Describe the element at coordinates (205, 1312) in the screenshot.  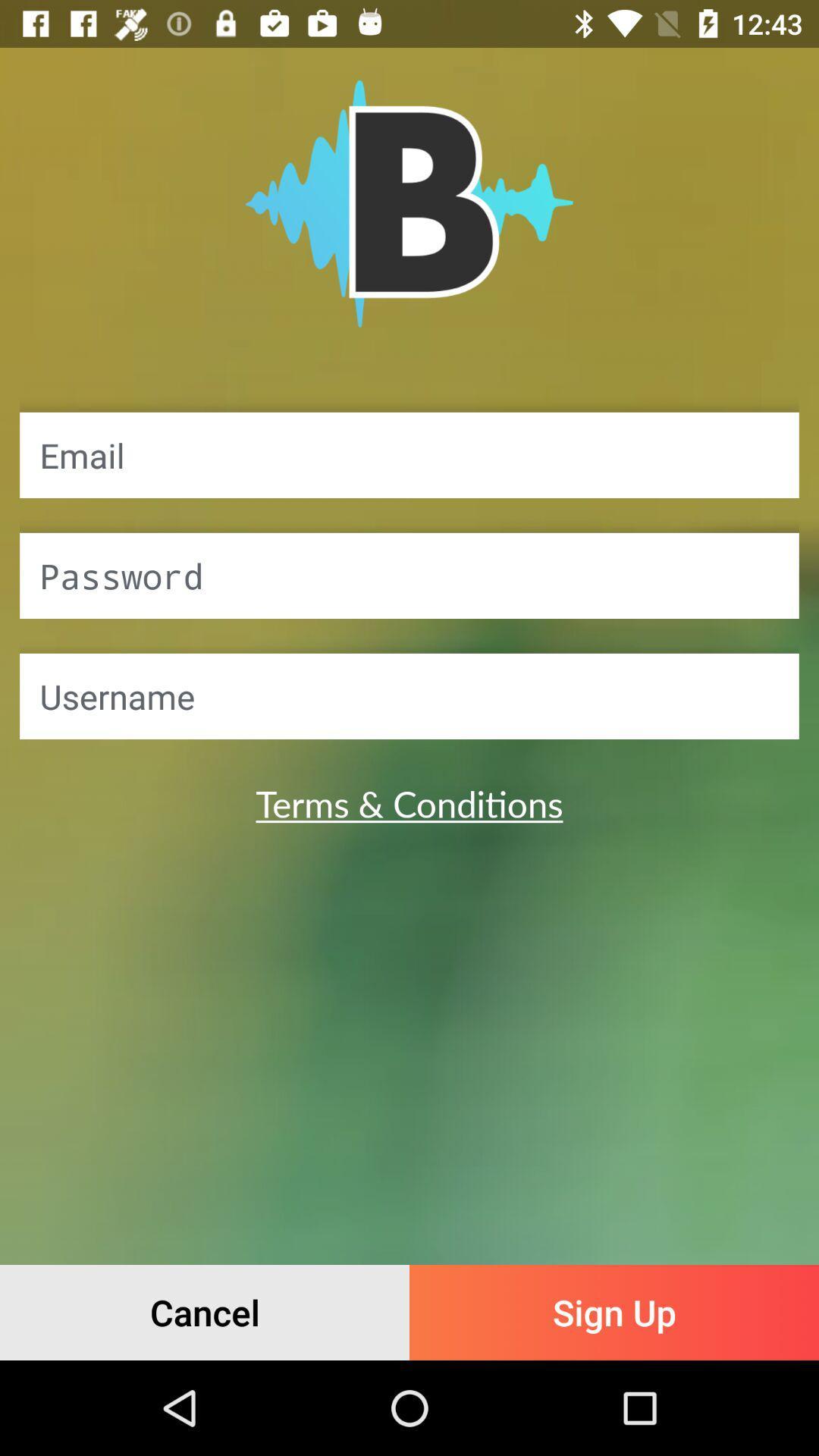
I see `icon next to the sign up item` at that location.